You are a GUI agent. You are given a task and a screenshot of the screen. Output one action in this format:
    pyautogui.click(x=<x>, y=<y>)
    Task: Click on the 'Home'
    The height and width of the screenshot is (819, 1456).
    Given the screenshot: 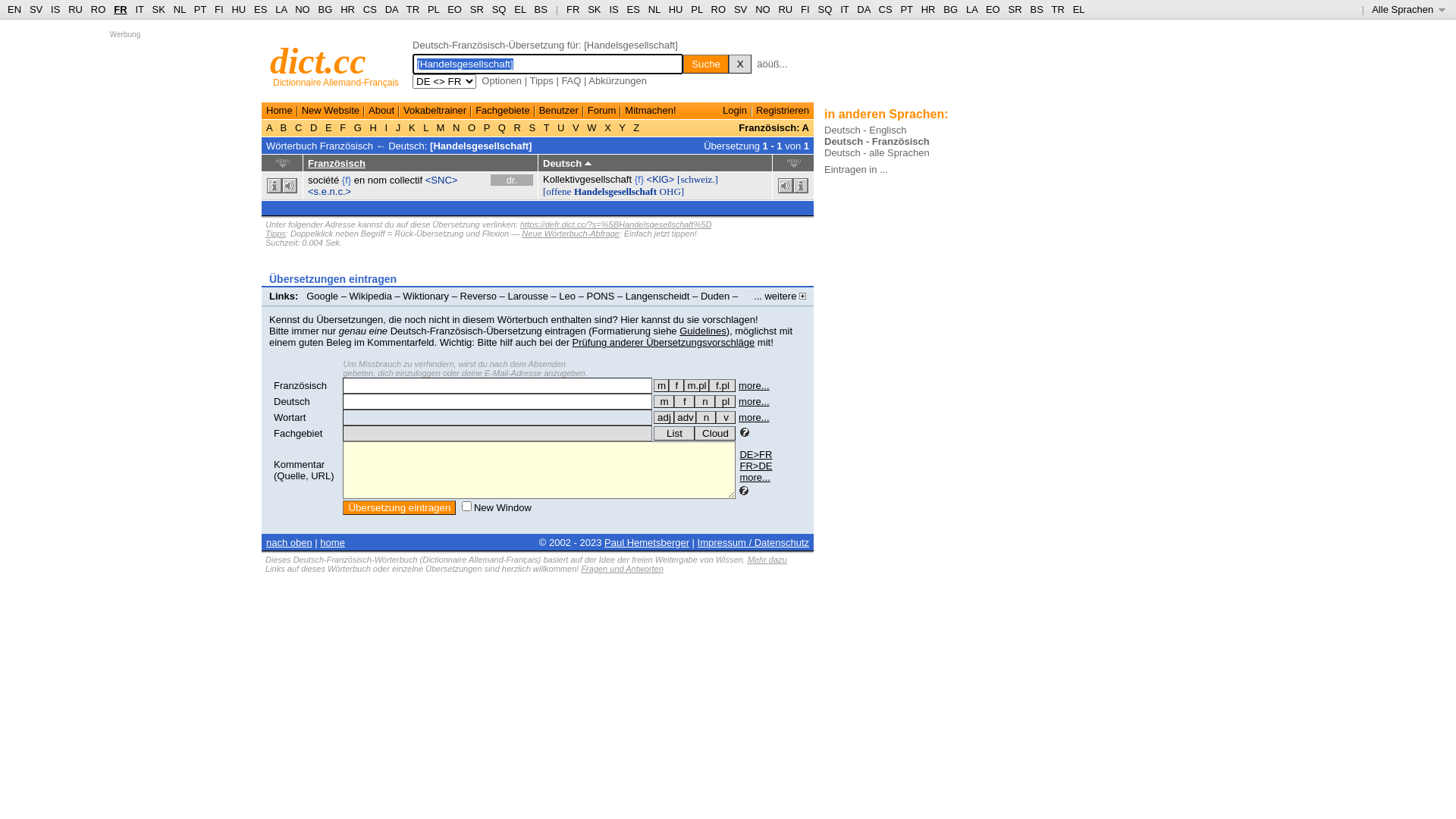 What is the action you would take?
    pyautogui.click(x=279, y=109)
    